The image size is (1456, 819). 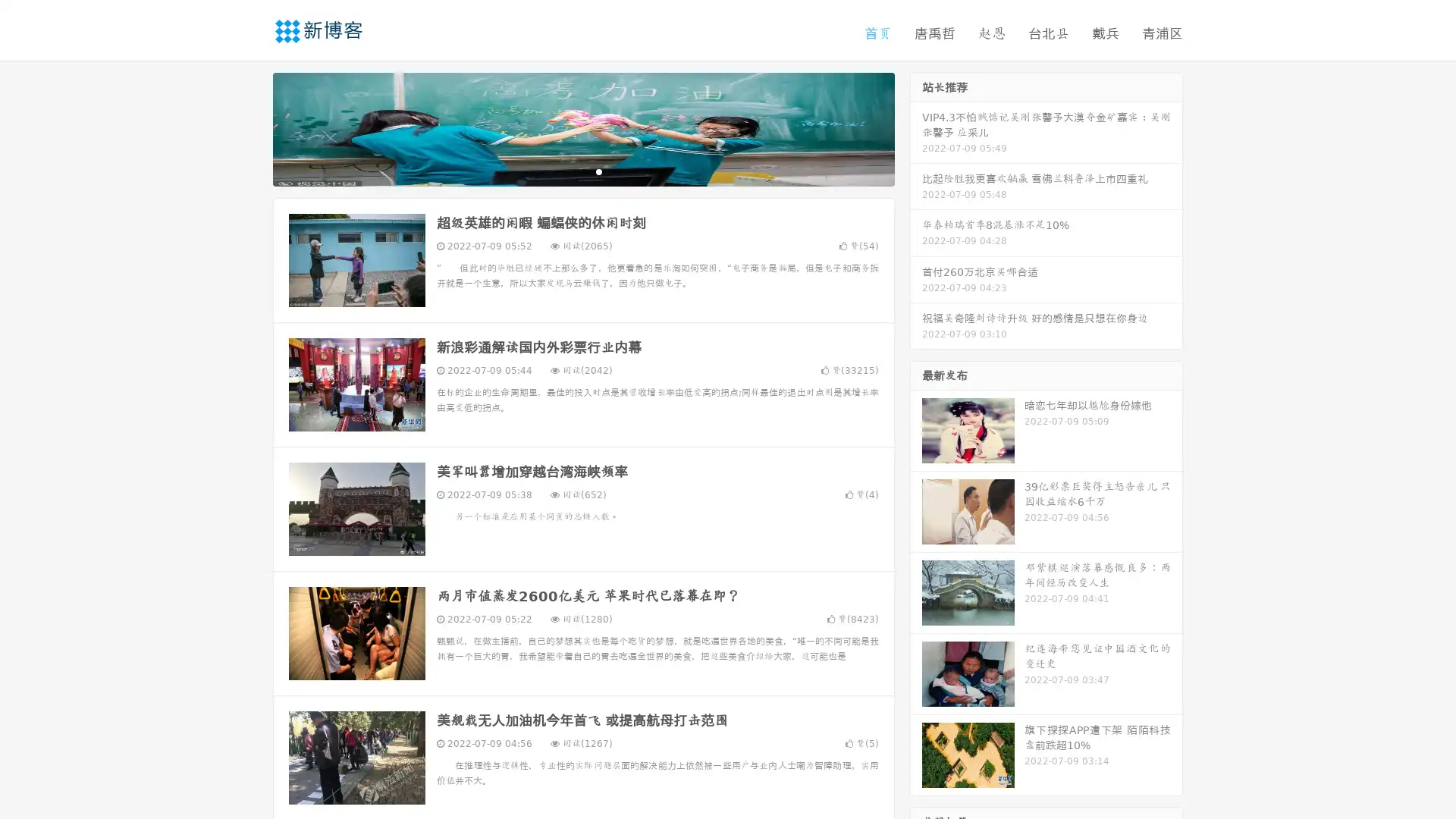 I want to click on Go to slide 1, so click(x=567, y=171).